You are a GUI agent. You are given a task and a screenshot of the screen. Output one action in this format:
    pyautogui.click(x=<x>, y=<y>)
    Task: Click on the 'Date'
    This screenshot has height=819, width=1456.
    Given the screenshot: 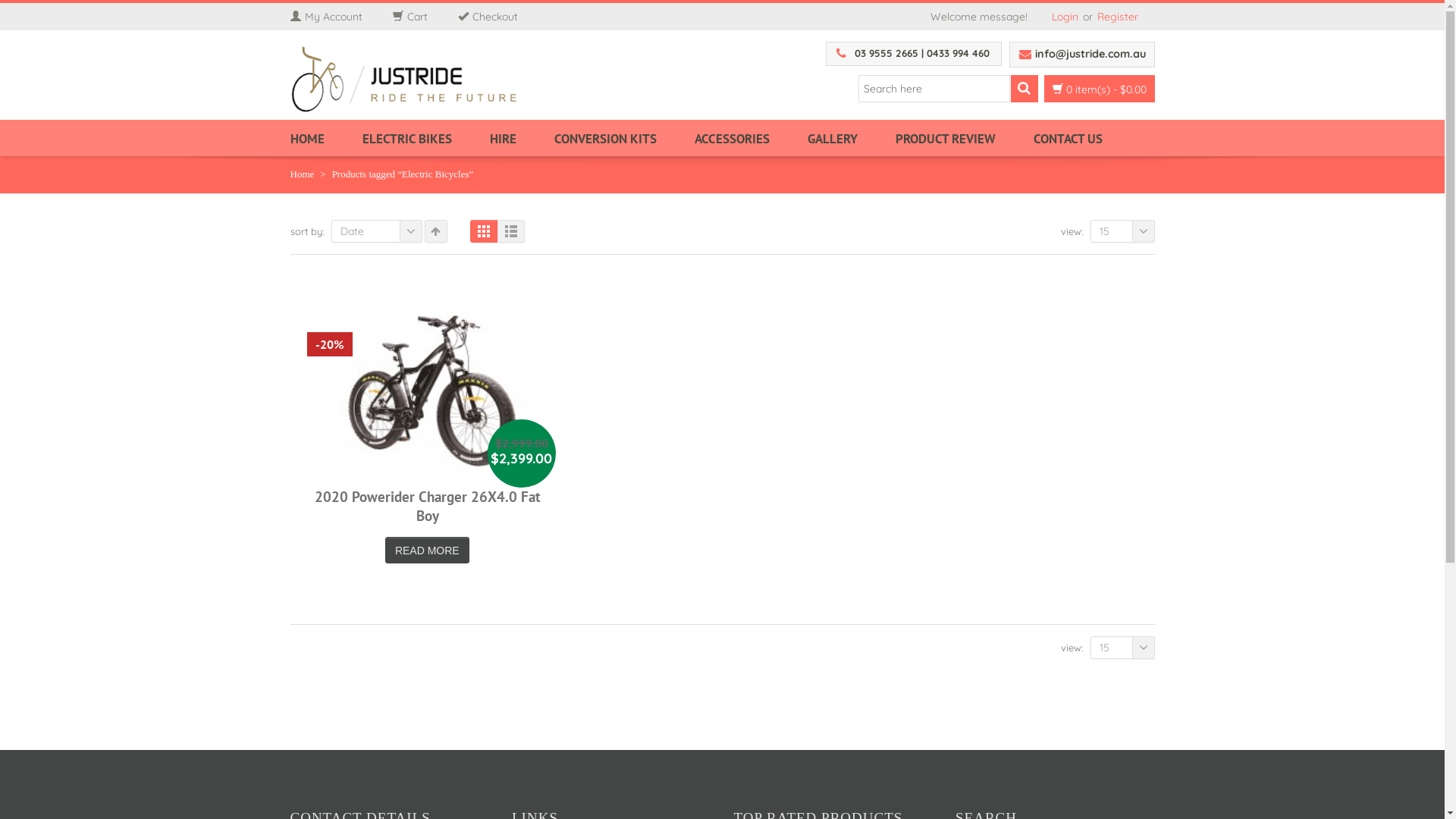 What is the action you would take?
    pyautogui.click(x=375, y=231)
    